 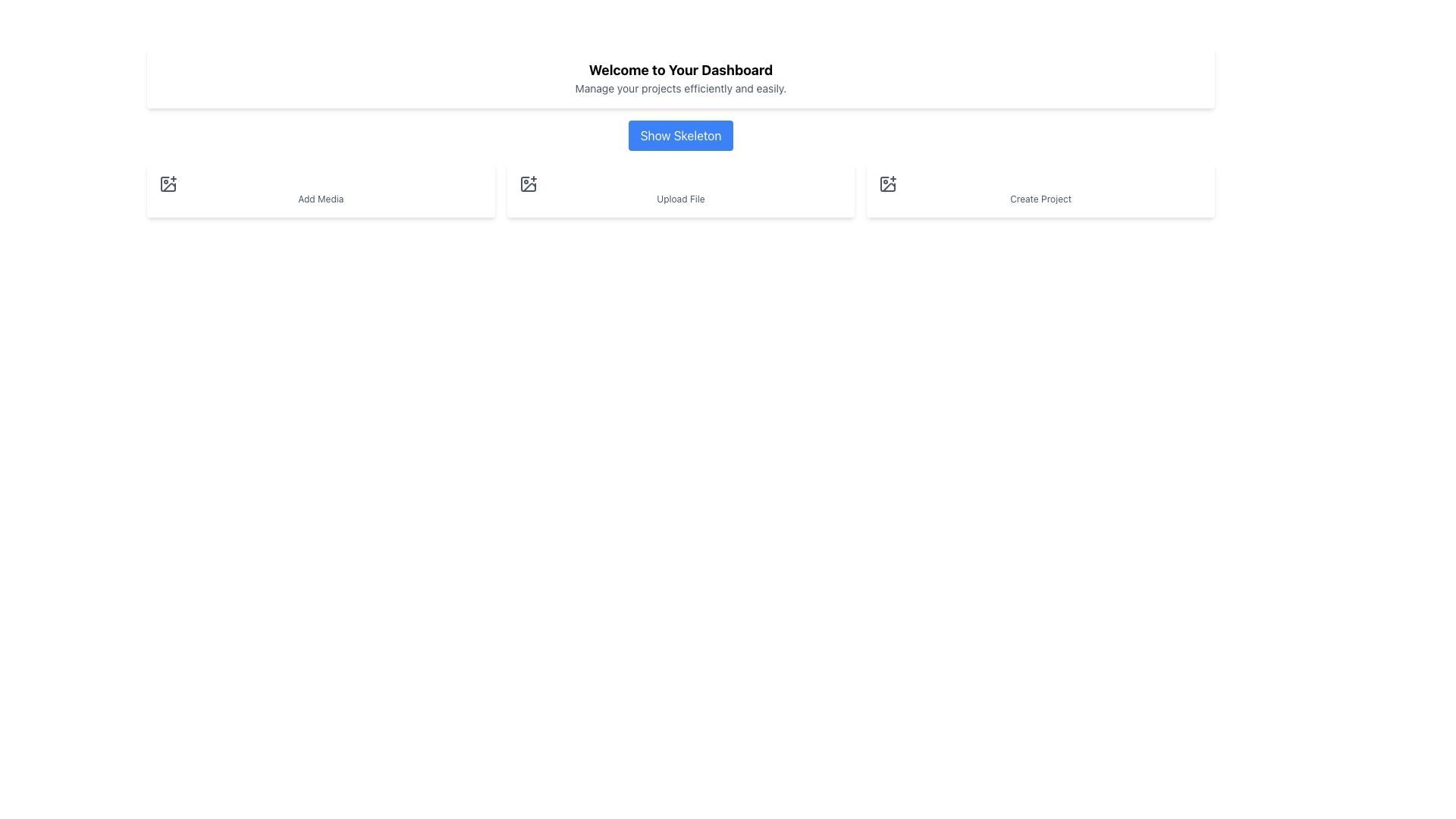 I want to click on the 'add image' icon, which resembles a picture outline with a '+' symbol, located in the top-middle area of the 'Upload File' card for tooltip or visual feedback, so click(x=528, y=184).